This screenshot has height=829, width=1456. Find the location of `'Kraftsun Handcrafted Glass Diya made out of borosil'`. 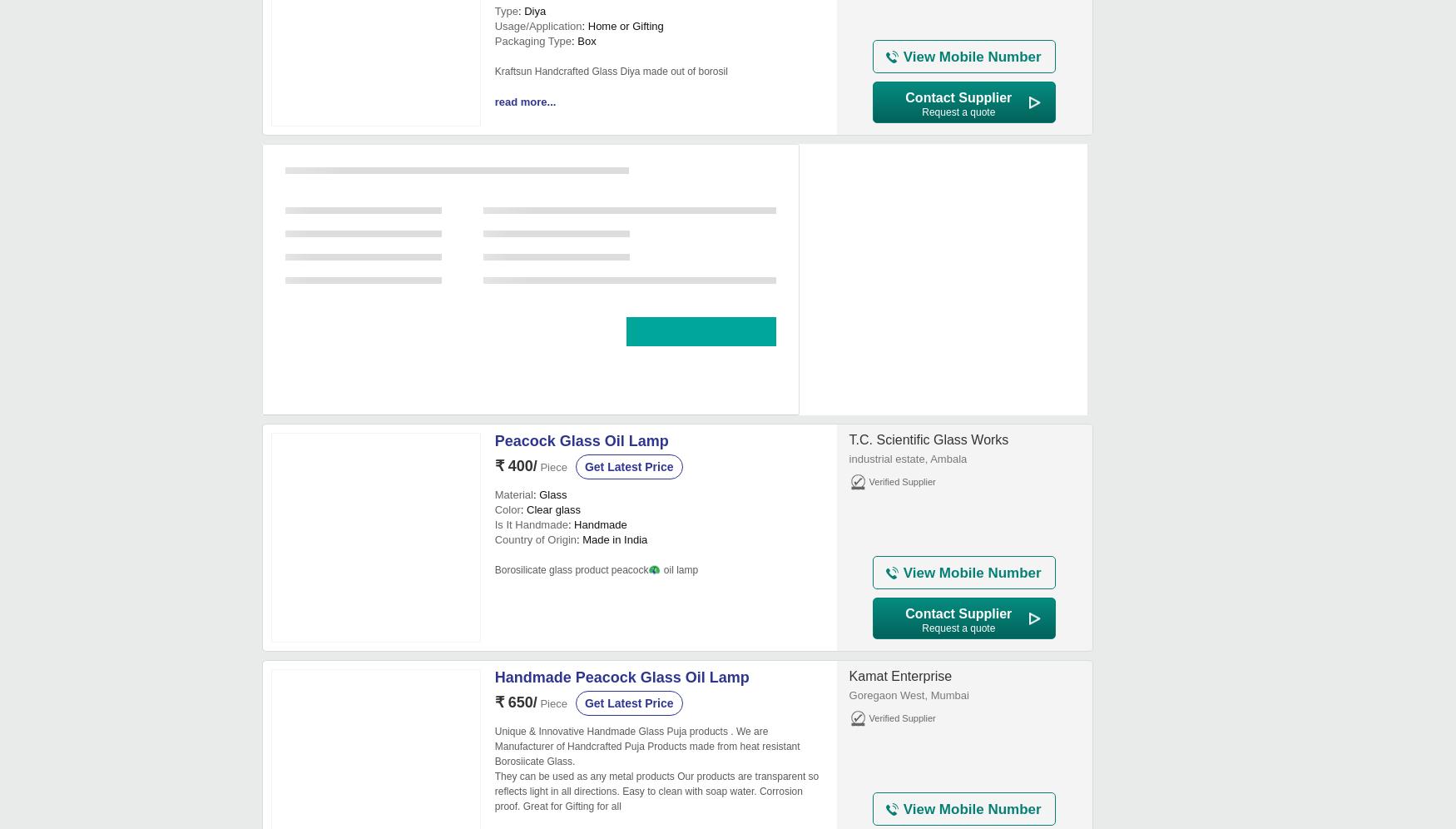

'Kraftsun Handcrafted Glass Diya made out of borosil' is located at coordinates (493, 71).